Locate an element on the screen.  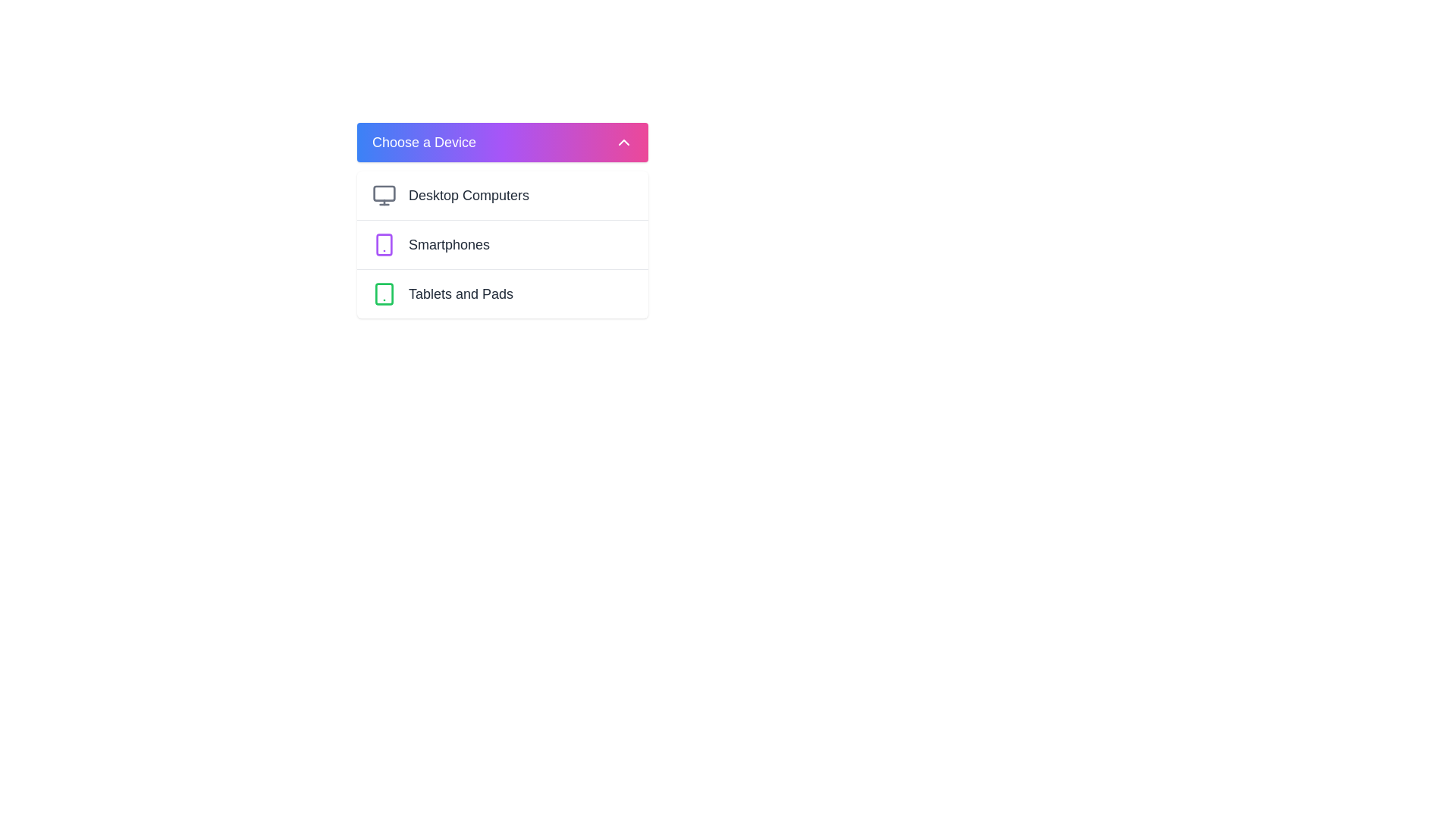
the chevron icon button located on the right side of the 'Choose a Device' header bar is located at coordinates (623, 143).